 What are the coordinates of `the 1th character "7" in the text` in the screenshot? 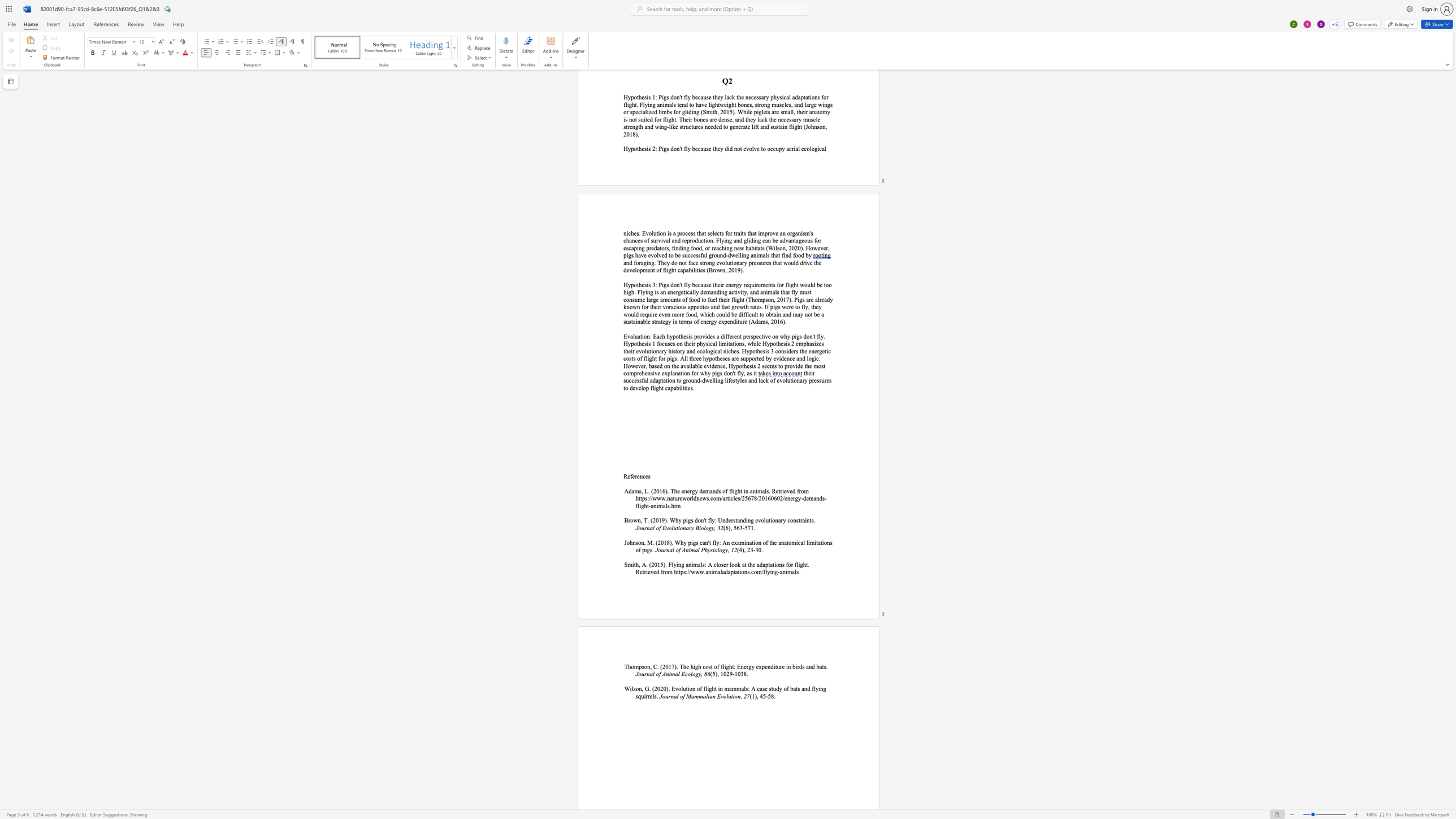 It's located at (749, 527).